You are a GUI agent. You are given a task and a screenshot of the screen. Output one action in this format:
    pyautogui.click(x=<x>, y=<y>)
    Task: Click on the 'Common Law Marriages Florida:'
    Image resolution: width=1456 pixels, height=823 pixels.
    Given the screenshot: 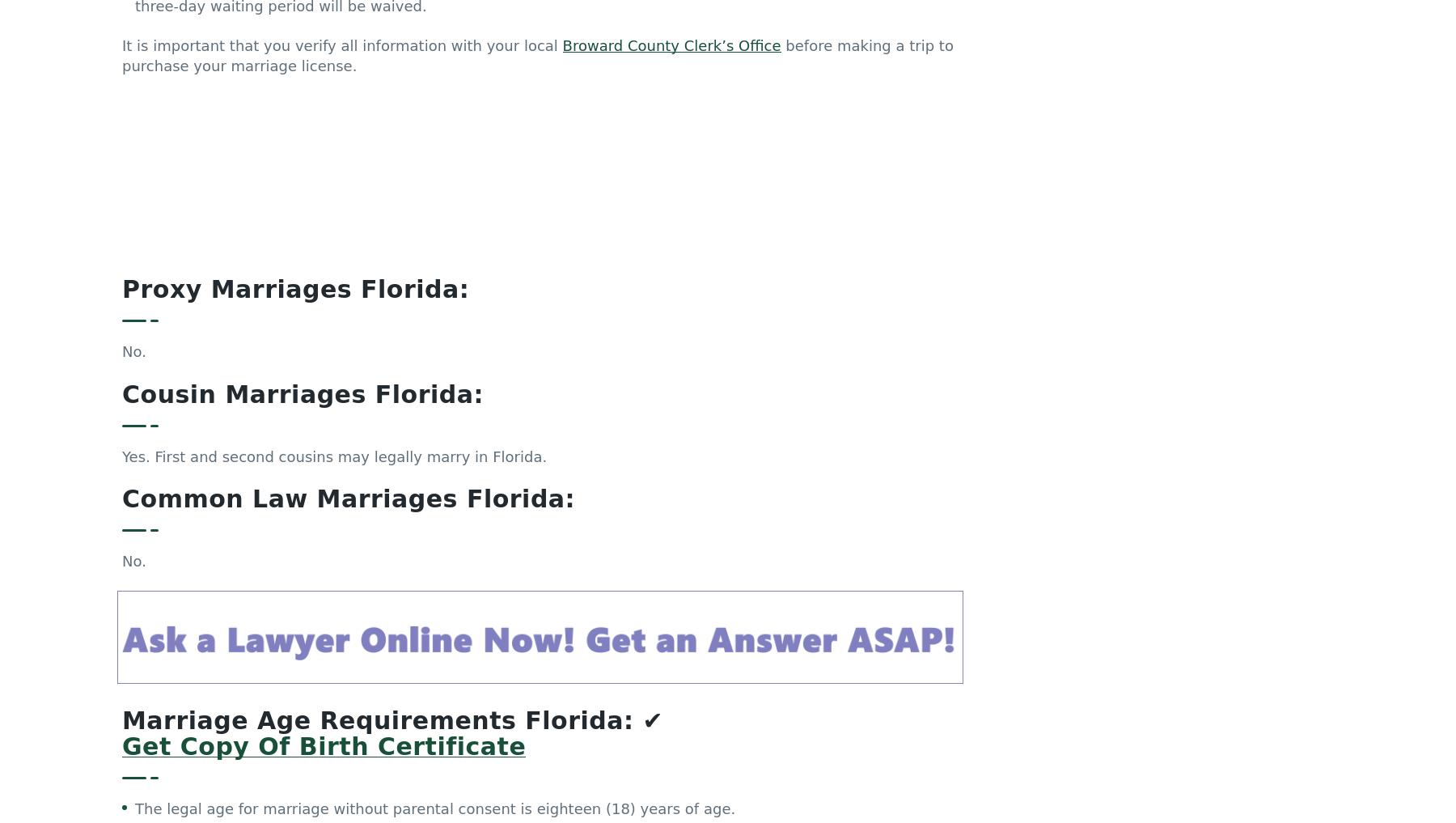 What is the action you would take?
    pyautogui.click(x=348, y=344)
    